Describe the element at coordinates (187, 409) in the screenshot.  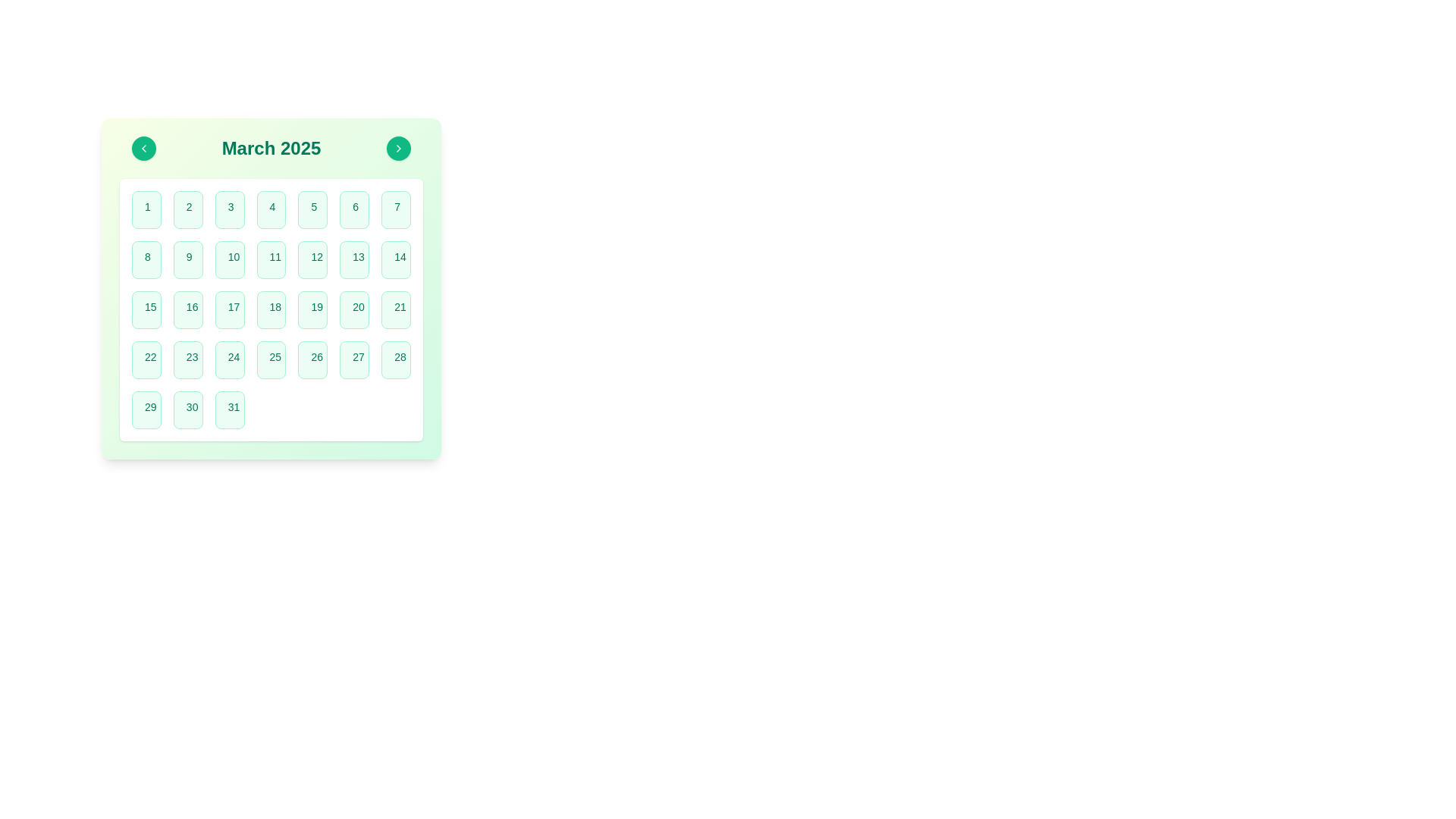
I see `the Calendar day button representing the 30th day of March 2025, located in the last row and third column of the calendar grid` at that location.